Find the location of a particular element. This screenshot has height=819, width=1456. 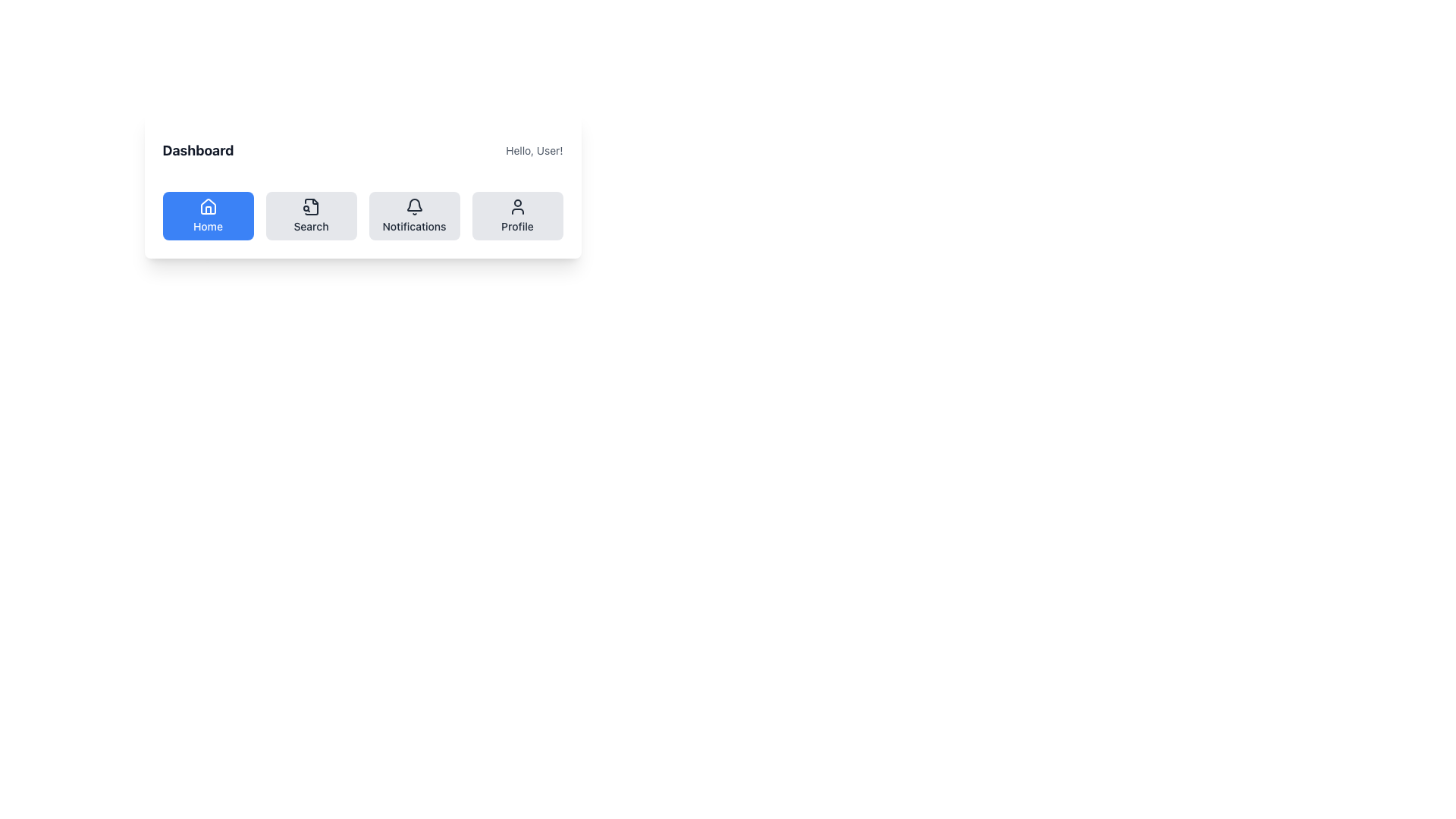

the notification icon located within the 'Notifications' button in the navigation bar is located at coordinates (414, 207).